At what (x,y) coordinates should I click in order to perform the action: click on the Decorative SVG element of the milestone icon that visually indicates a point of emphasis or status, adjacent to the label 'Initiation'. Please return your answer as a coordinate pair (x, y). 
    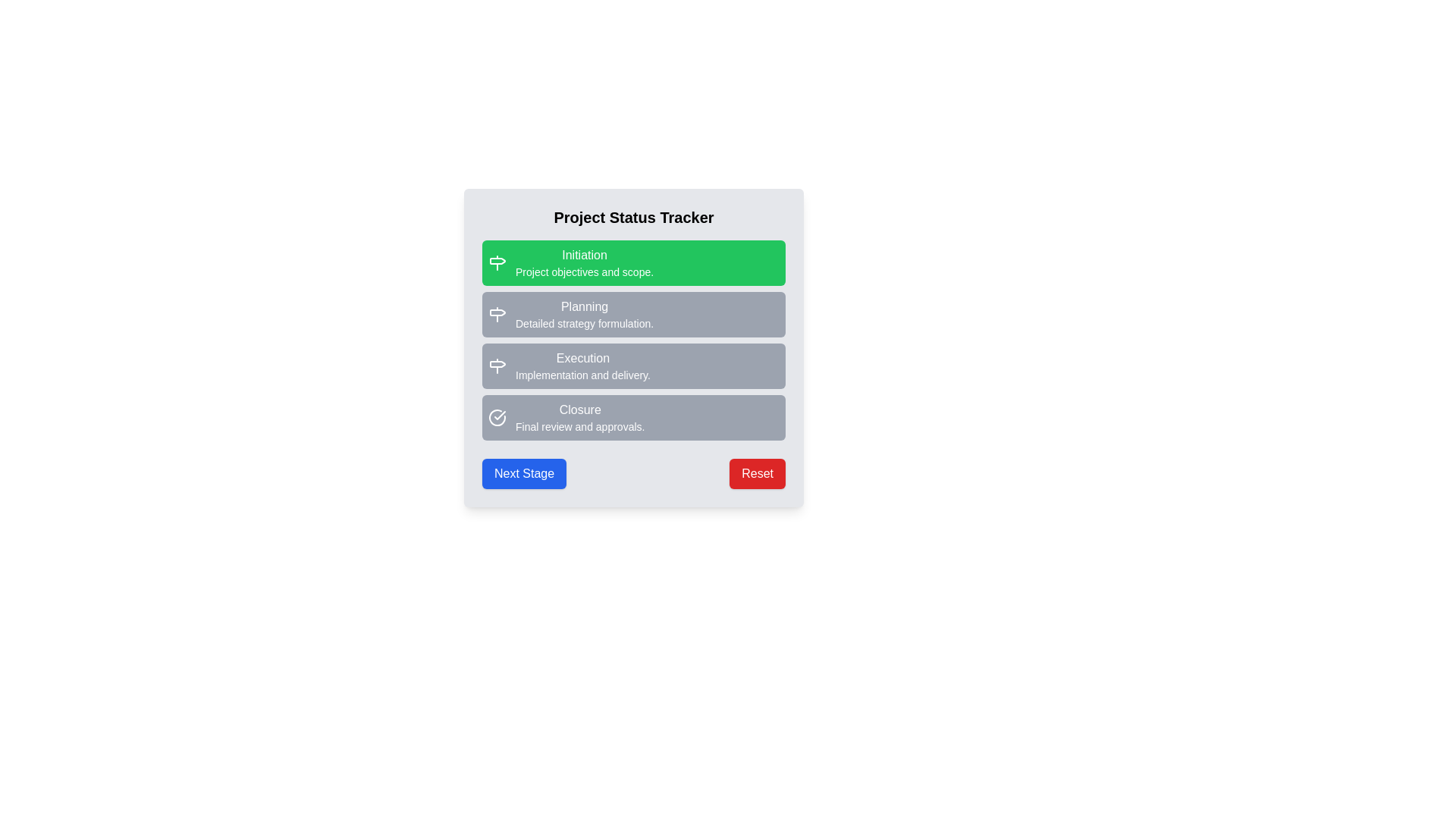
    Looking at the image, I should click on (497, 260).